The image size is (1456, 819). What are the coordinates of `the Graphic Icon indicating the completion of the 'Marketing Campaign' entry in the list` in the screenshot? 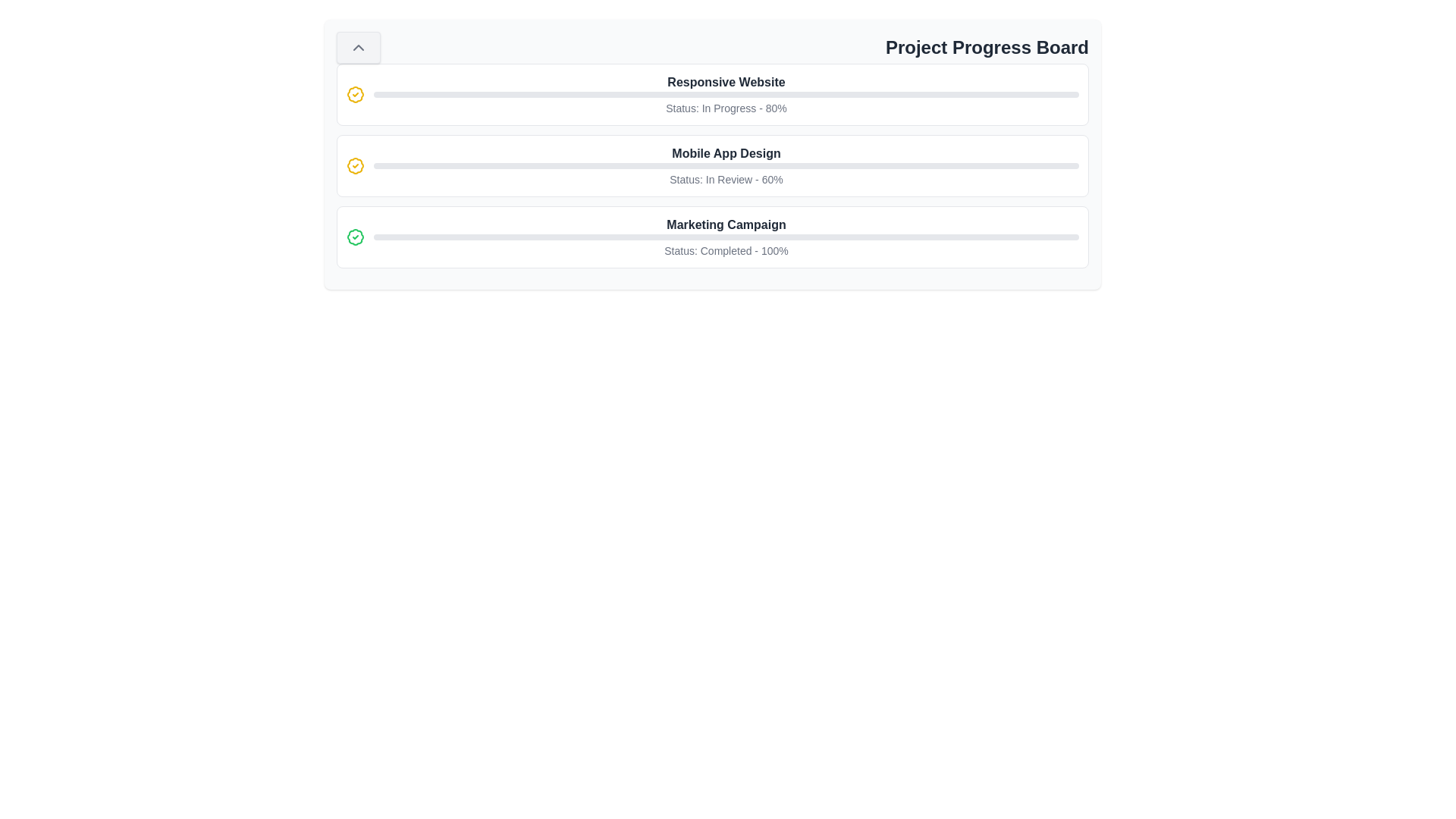 It's located at (355, 237).